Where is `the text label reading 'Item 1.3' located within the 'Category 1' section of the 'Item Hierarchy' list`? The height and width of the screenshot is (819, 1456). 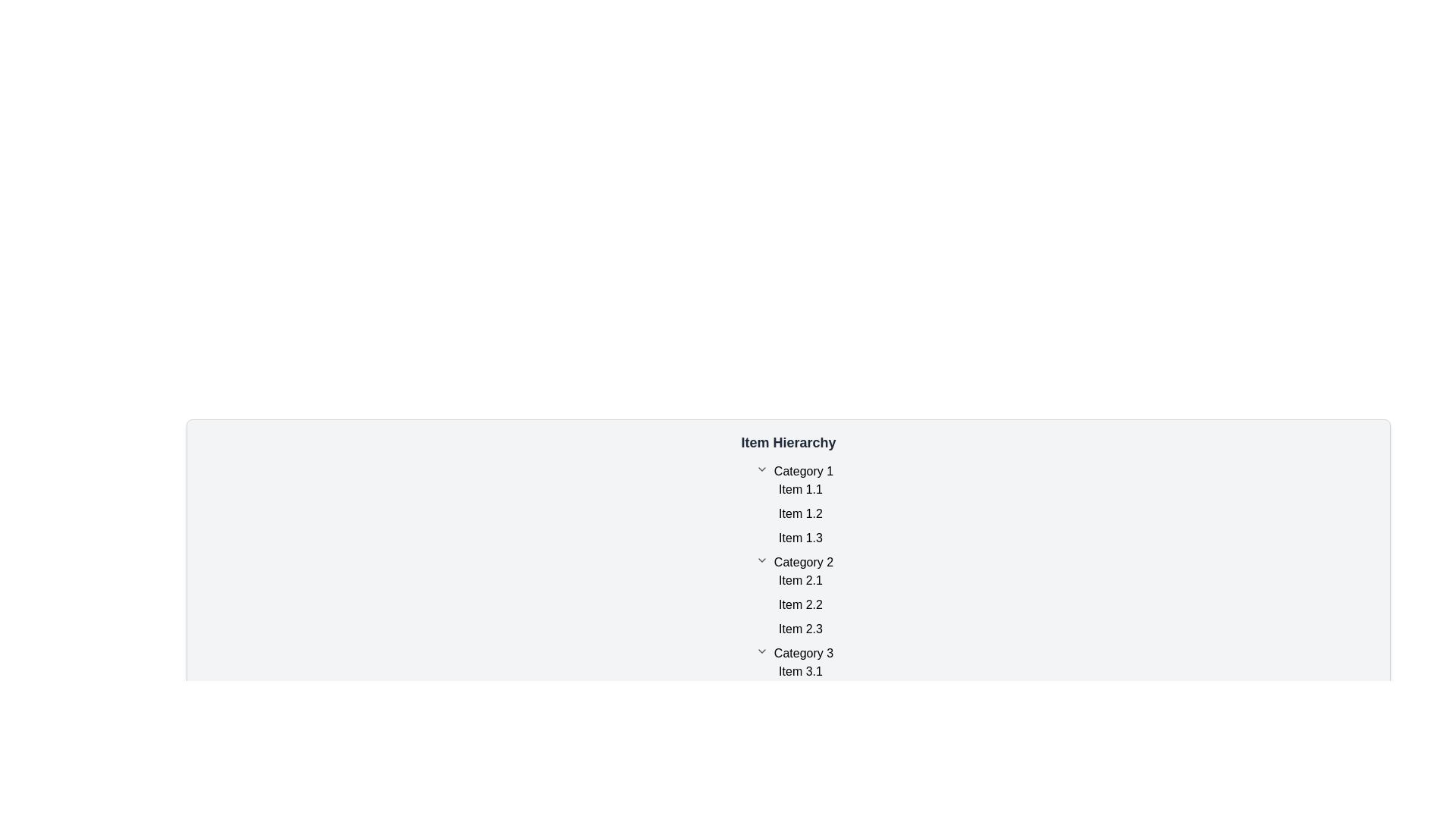 the text label reading 'Item 1.3' located within the 'Category 1' section of the 'Item Hierarchy' list is located at coordinates (800, 537).